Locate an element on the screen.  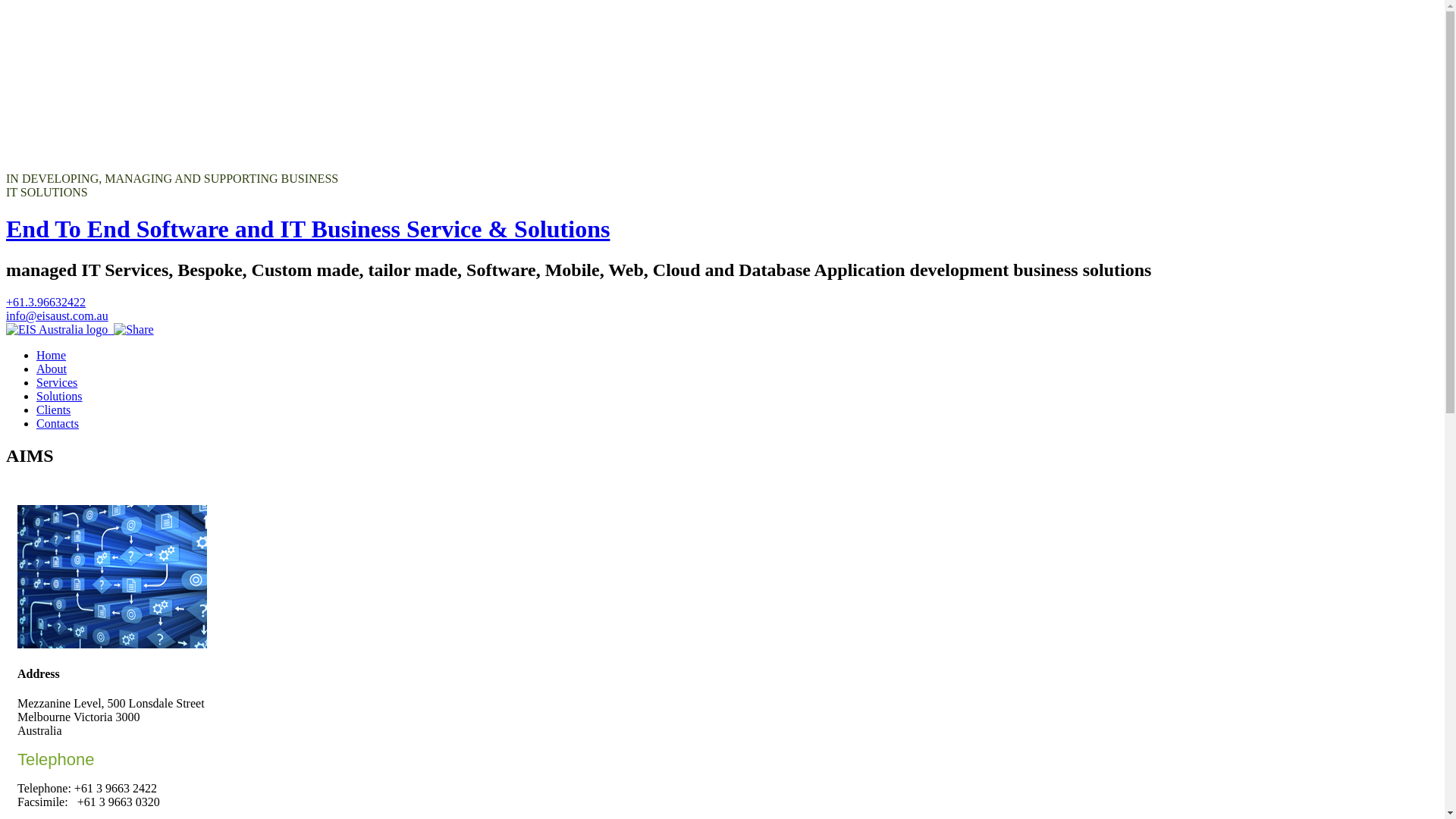
'Solutions' is located at coordinates (58, 395).